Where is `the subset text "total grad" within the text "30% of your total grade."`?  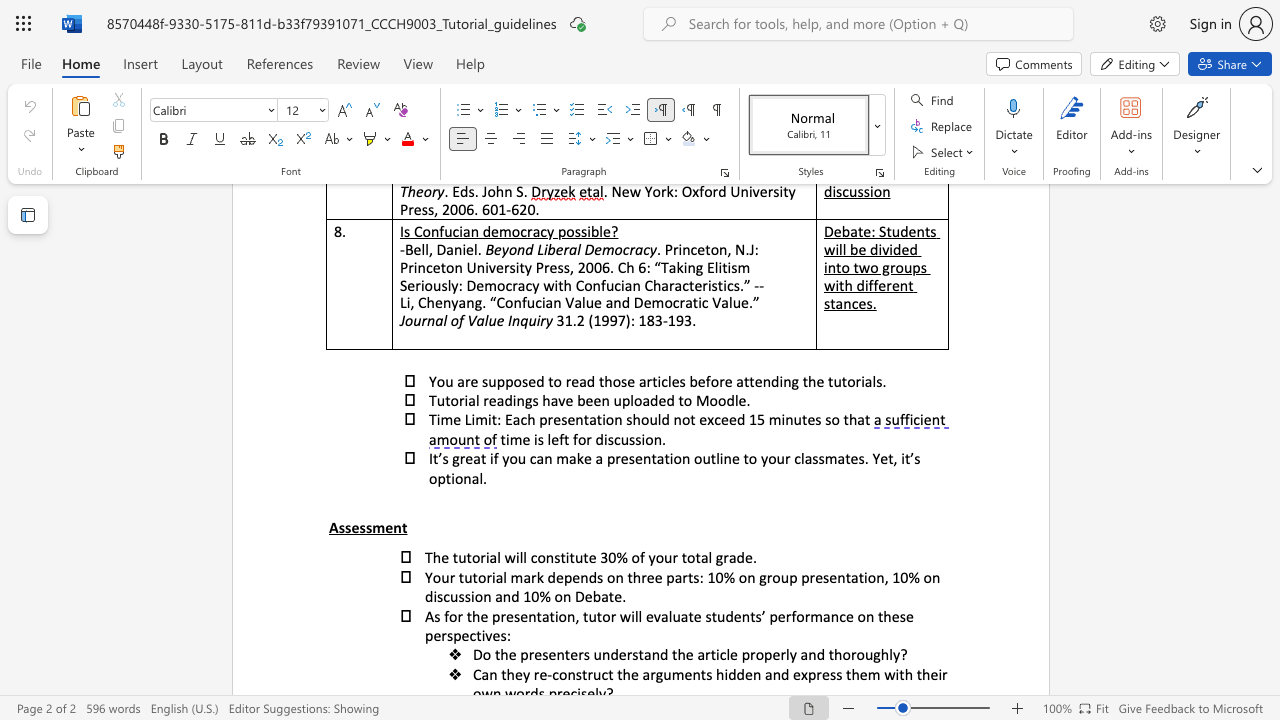 the subset text "total grad" within the text "30% of your total grade." is located at coordinates (681, 557).